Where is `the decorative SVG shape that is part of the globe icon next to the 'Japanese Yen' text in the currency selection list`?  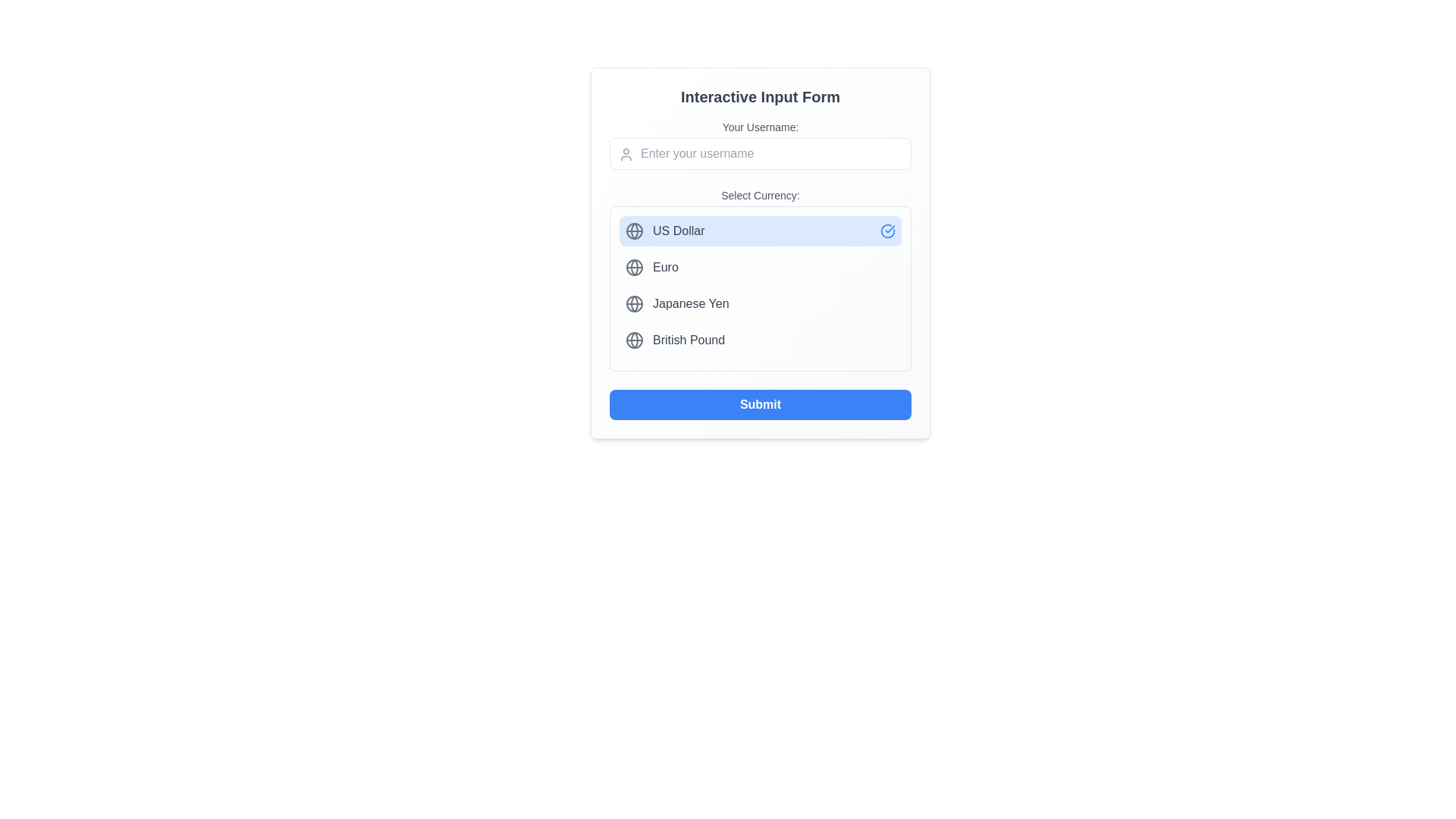 the decorative SVG shape that is part of the globe icon next to the 'Japanese Yen' text in the currency selection list is located at coordinates (634, 304).